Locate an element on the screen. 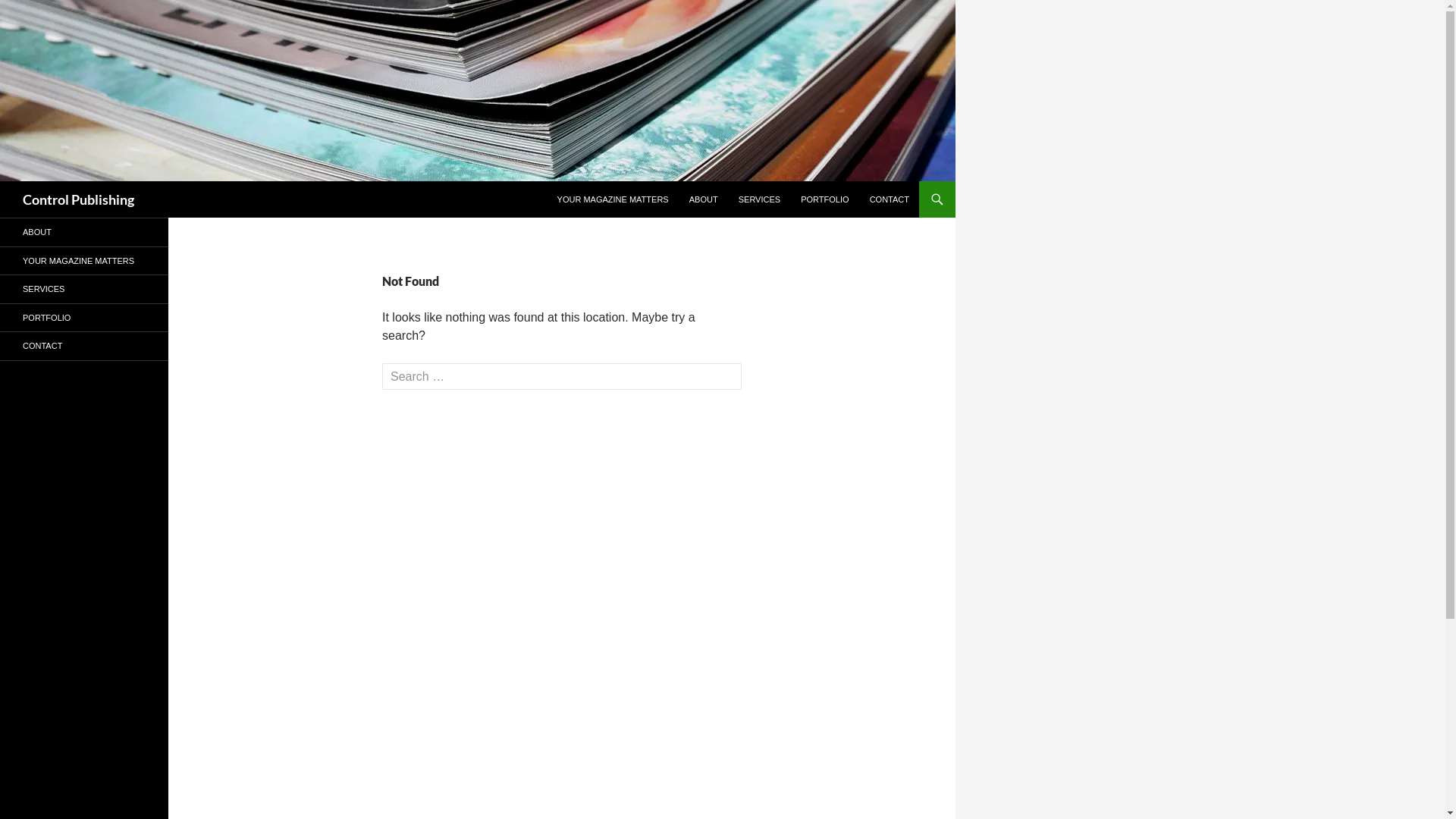 Image resolution: width=1456 pixels, height=819 pixels. 'Control Publishing' is located at coordinates (22, 198).